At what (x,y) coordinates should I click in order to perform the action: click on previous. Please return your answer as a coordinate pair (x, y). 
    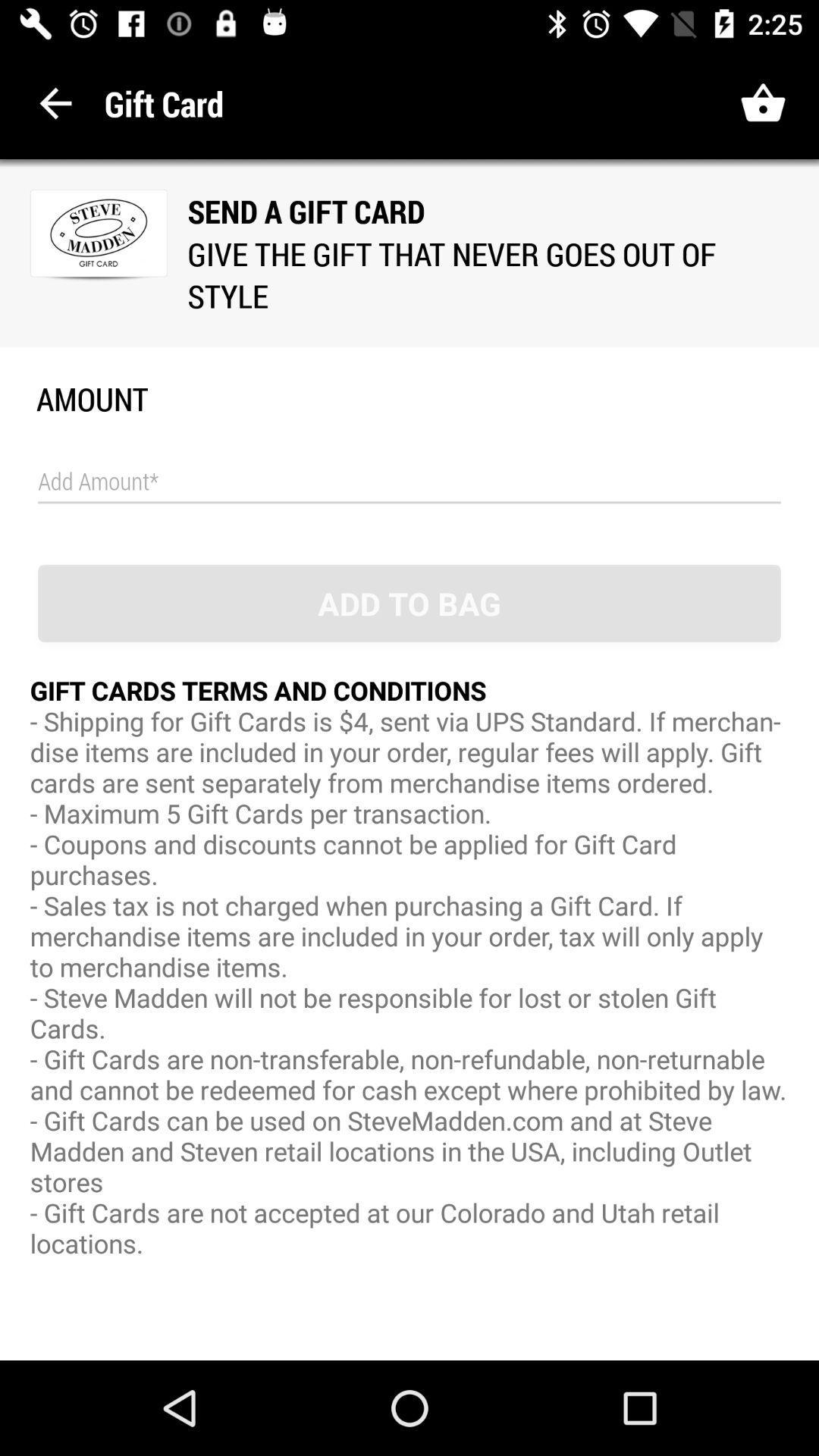
    Looking at the image, I should click on (55, 102).